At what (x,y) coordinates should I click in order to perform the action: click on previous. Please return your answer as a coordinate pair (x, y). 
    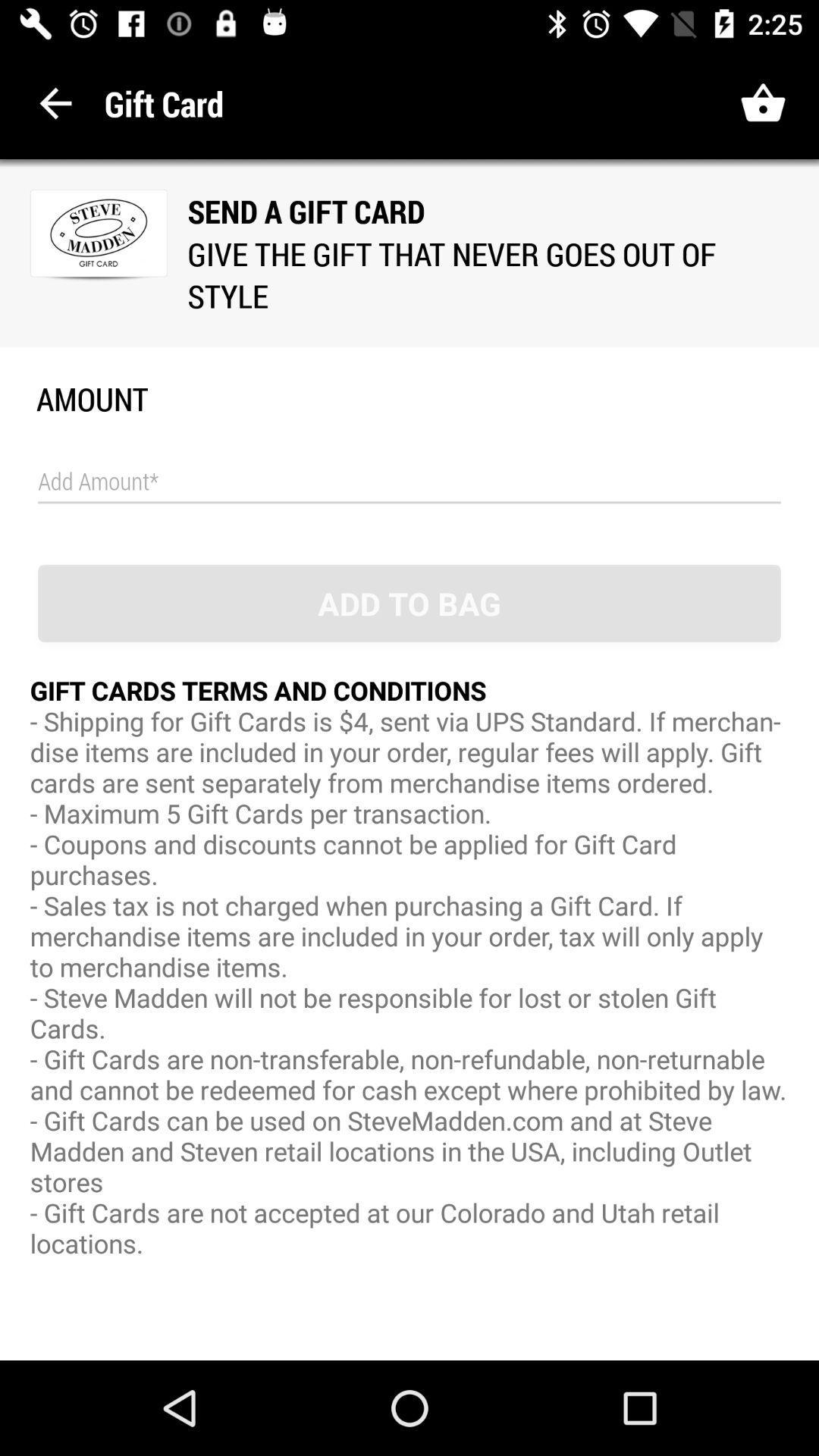
    Looking at the image, I should click on (55, 102).